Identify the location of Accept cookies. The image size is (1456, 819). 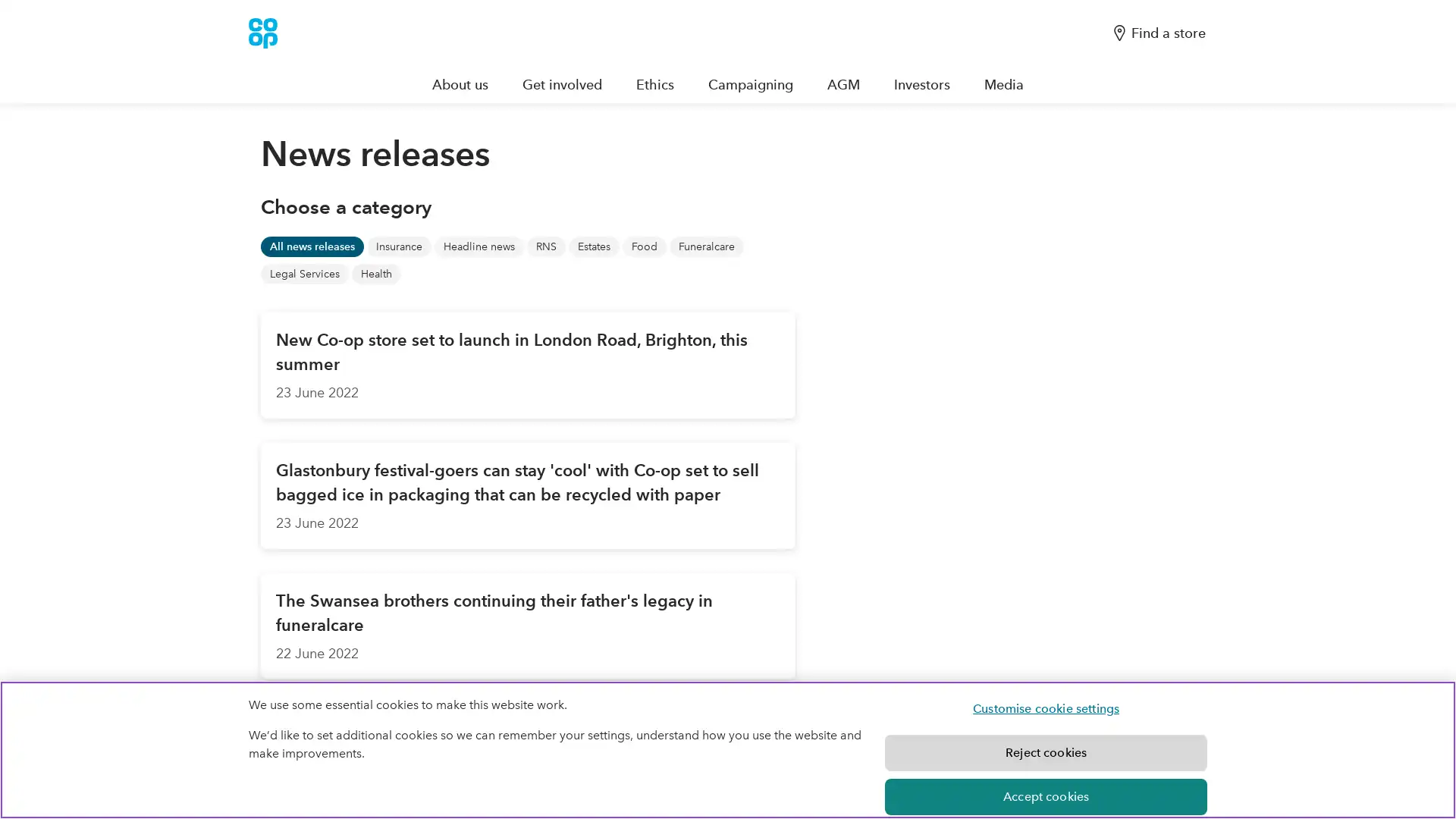
(1044, 795).